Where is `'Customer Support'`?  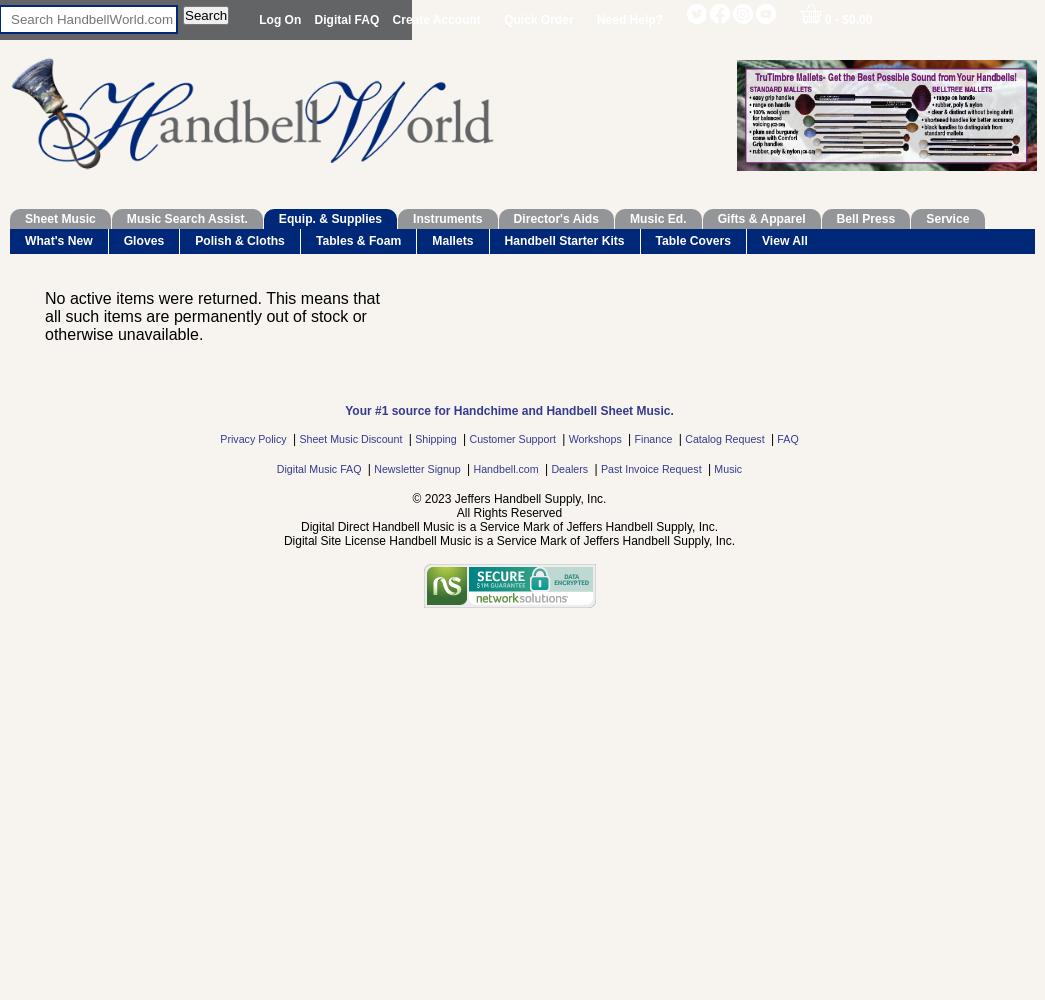
'Customer Support' is located at coordinates (512, 438).